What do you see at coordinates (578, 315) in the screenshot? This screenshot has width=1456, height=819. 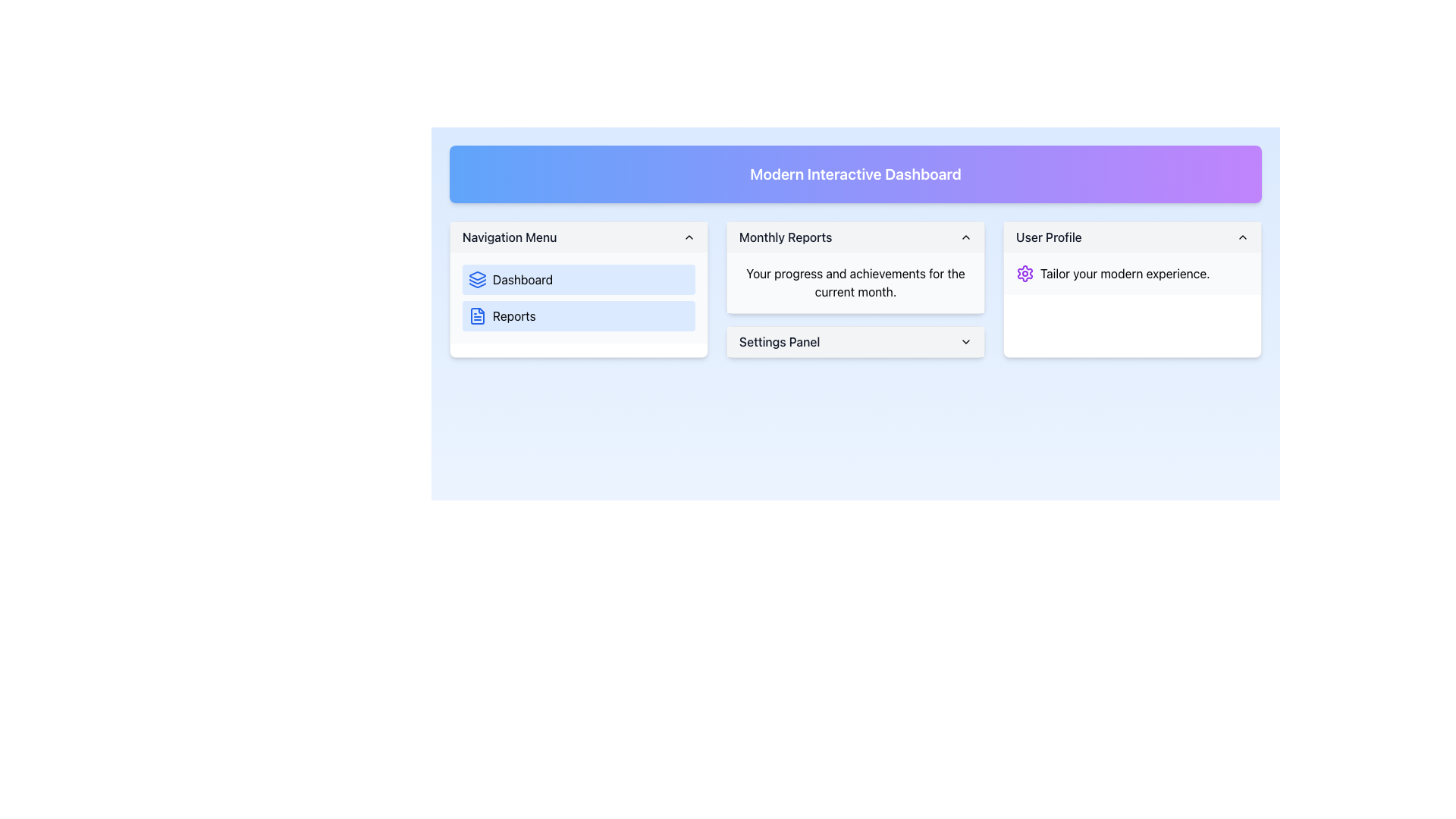 I see `the second button in the navigation menu located in the left panel of the interface to change its background color` at bounding box center [578, 315].